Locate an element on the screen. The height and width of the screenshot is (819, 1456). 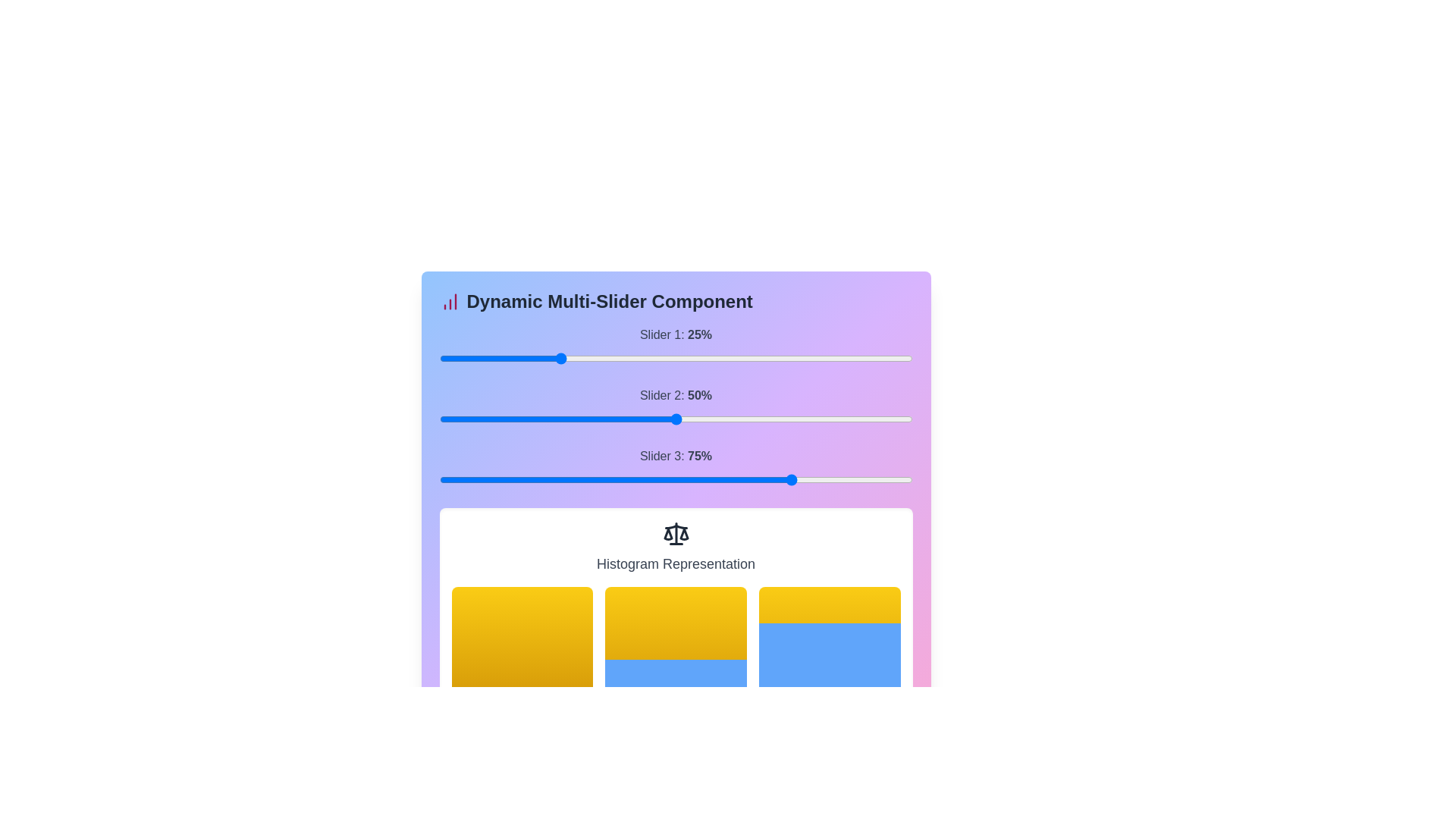
the slider 1 to 24% to observe histogram changes is located at coordinates (733, 359).